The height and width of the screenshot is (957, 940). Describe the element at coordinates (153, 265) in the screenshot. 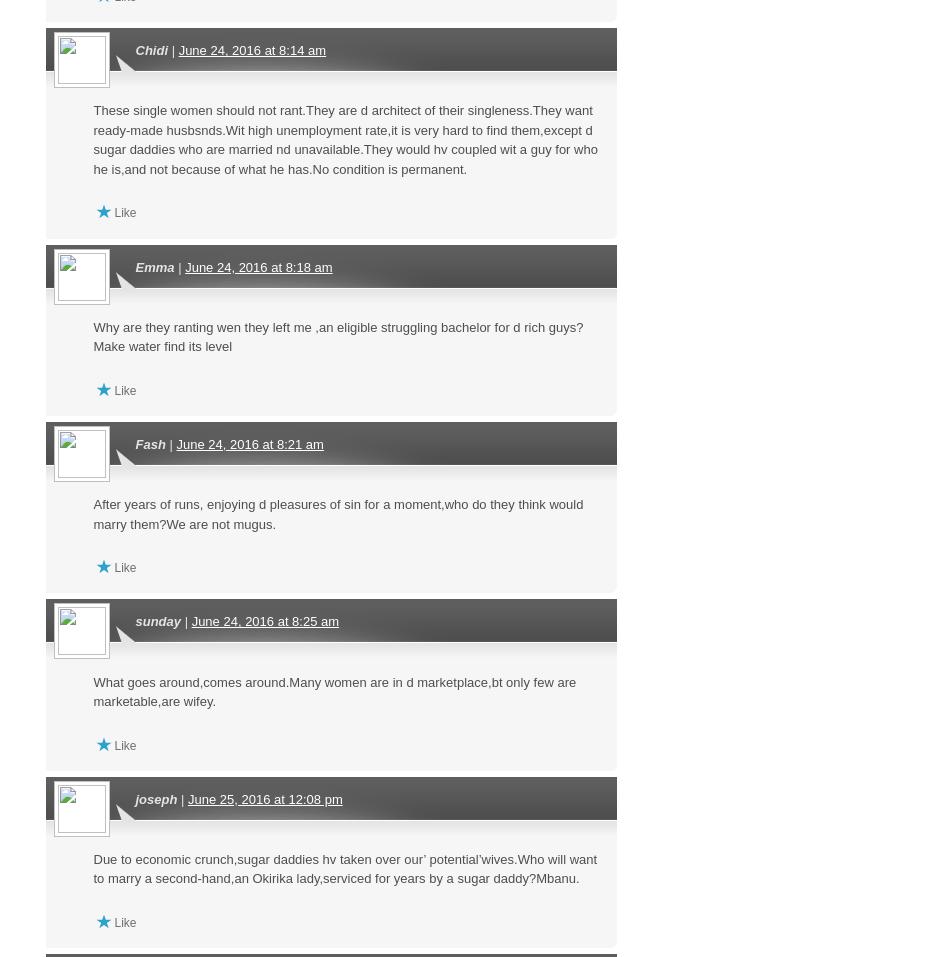

I see `'Emma'` at that location.